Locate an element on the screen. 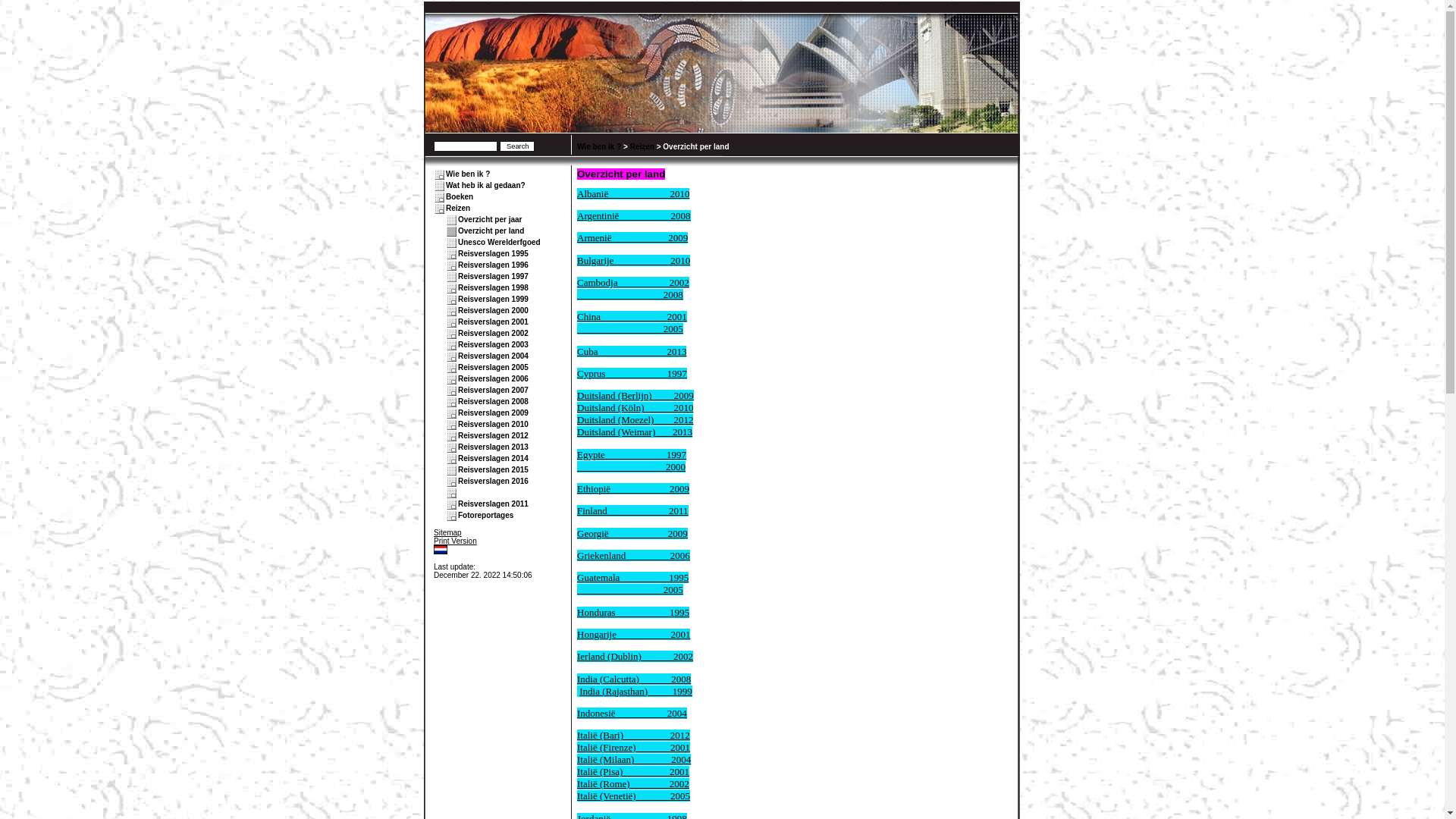 The width and height of the screenshot is (1456, 819). '                                    2000' is located at coordinates (631, 466).